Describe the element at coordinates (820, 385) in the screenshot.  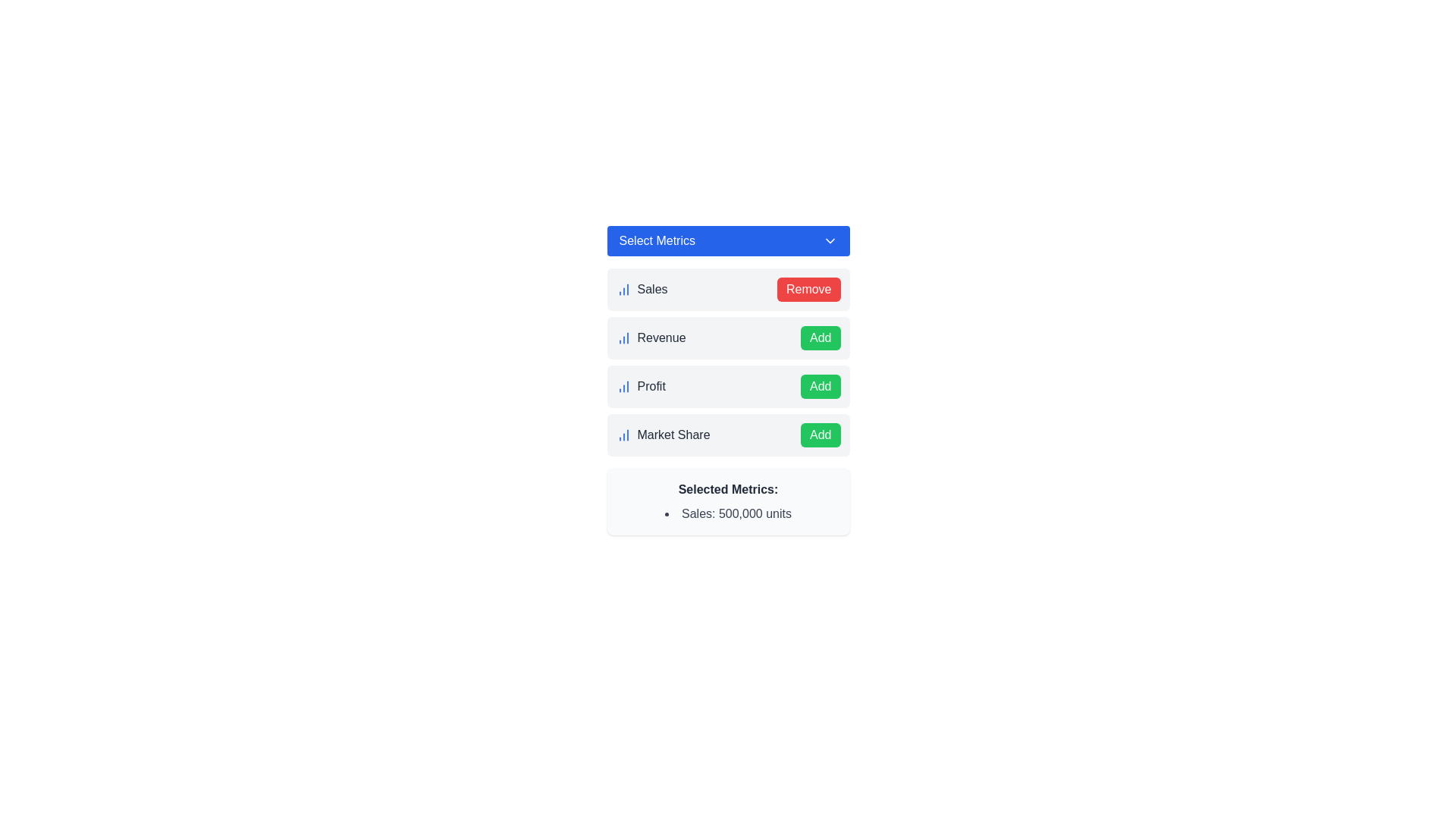
I see `the 'Add' button with rounded corners, green background, and white text` at that location.